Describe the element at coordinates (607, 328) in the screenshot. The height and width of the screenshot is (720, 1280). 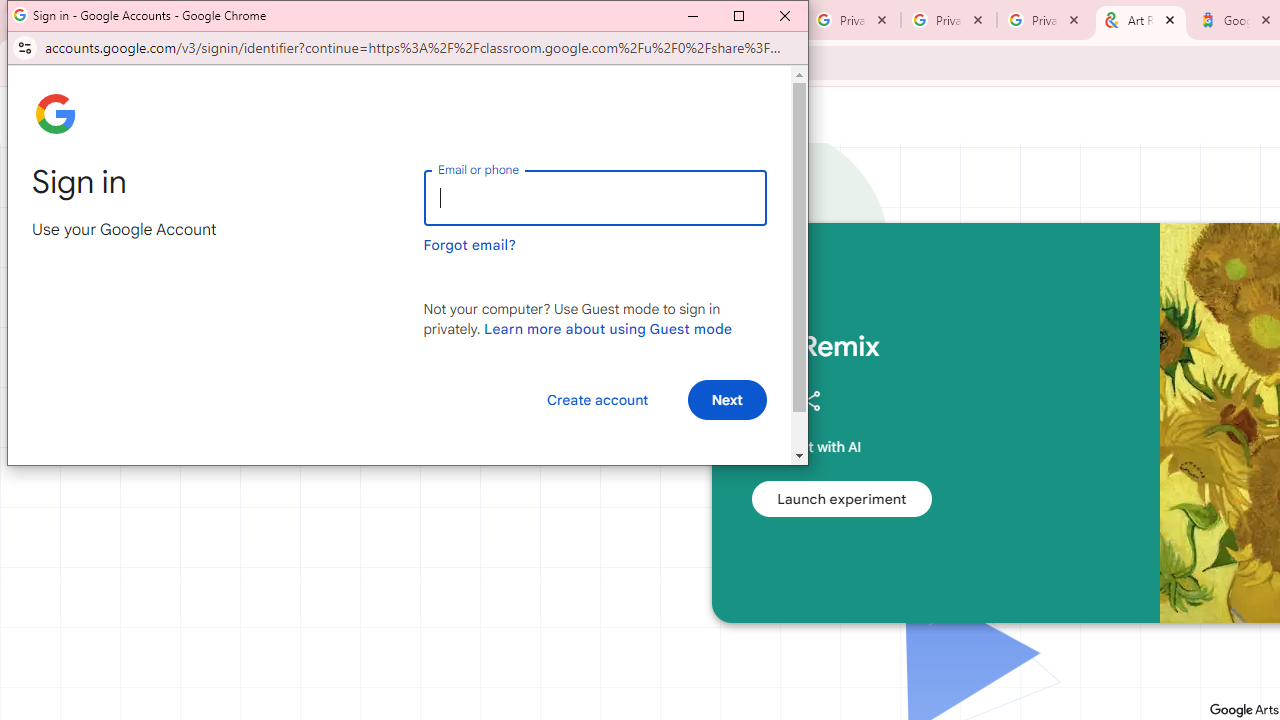
I see `'Learn more about using Guest mode'` at that location.